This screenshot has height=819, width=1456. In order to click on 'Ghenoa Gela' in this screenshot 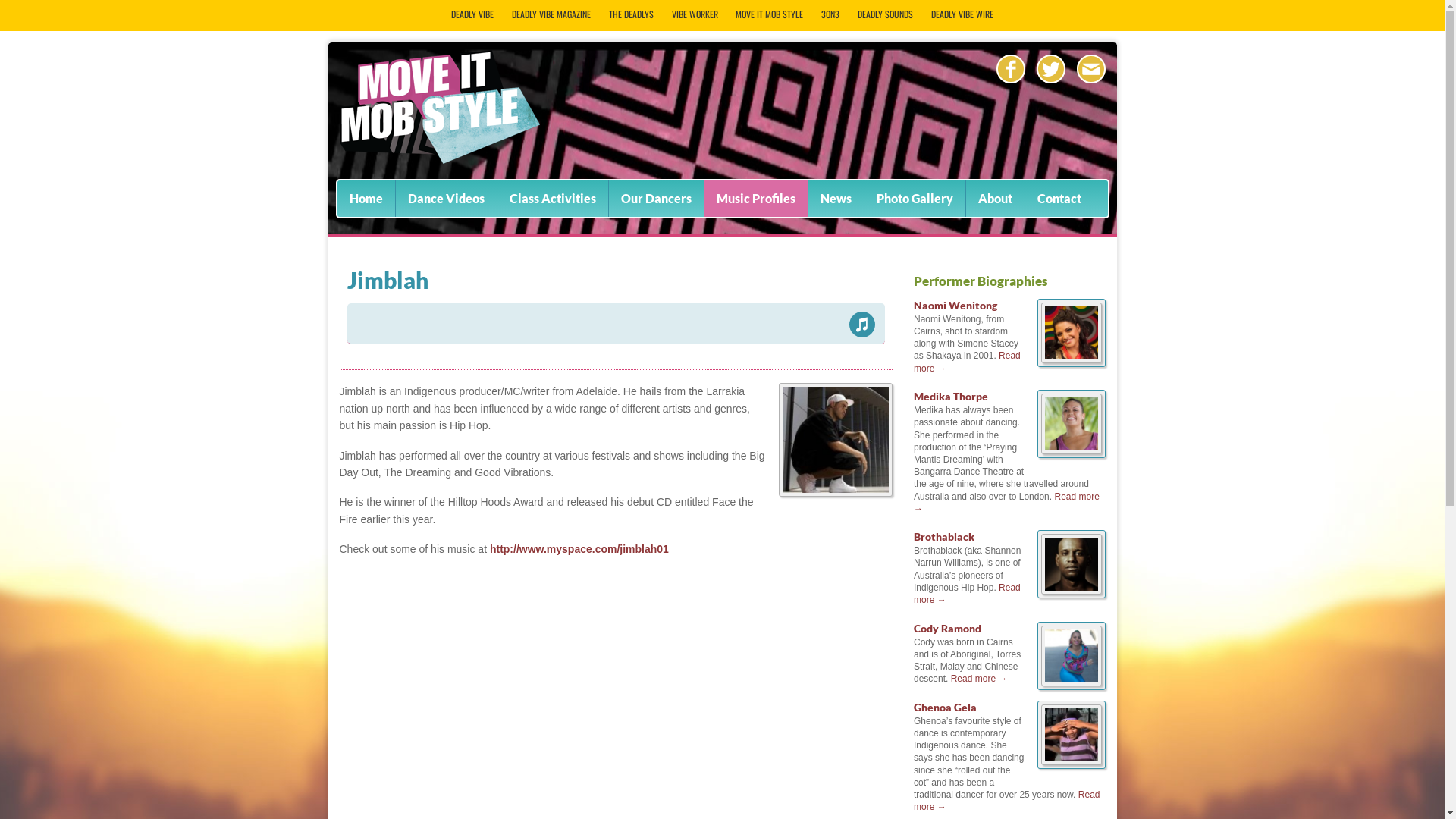, I will do `click(944, 707)`.